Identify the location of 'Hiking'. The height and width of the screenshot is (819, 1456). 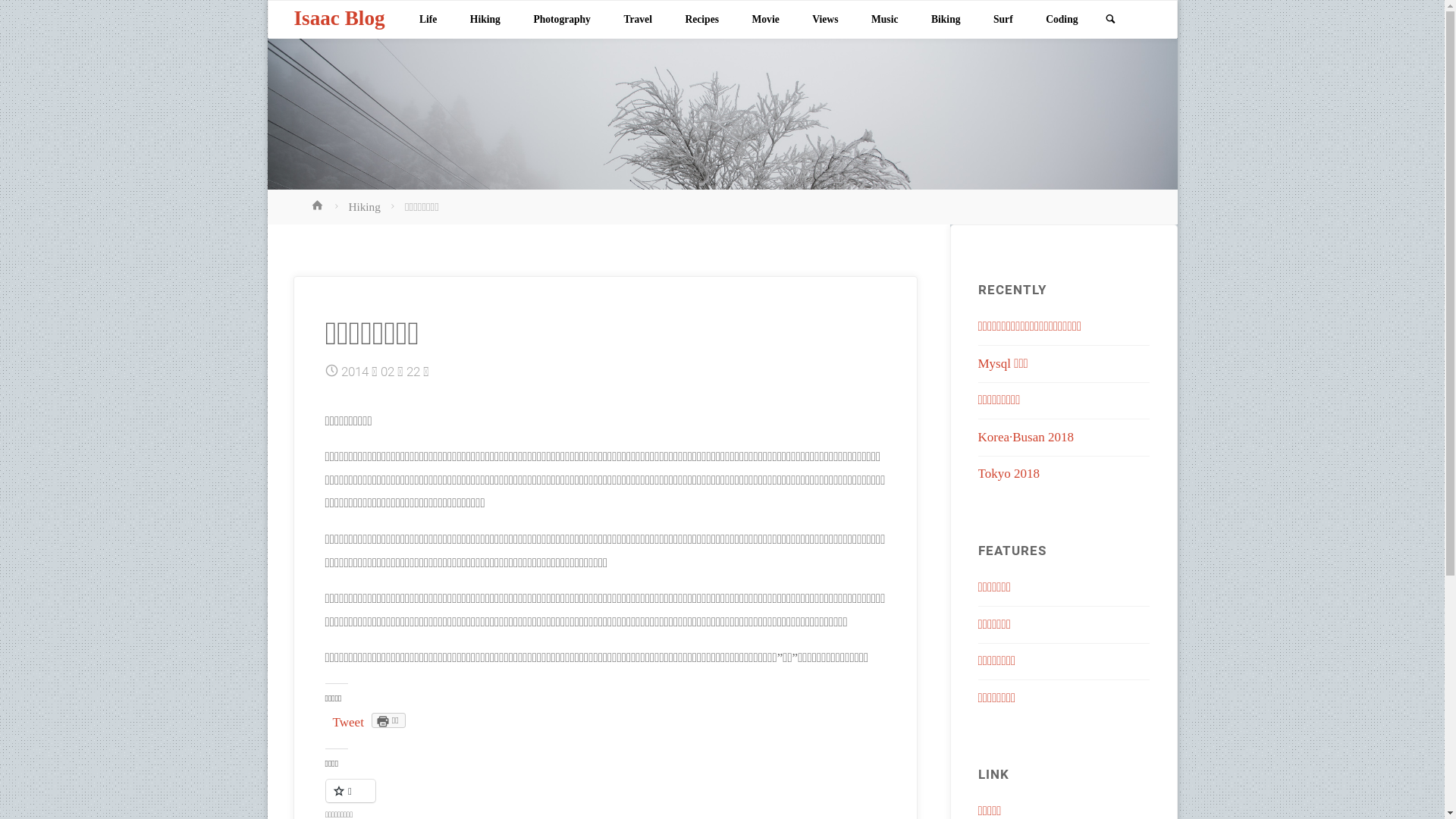
(364, 206).